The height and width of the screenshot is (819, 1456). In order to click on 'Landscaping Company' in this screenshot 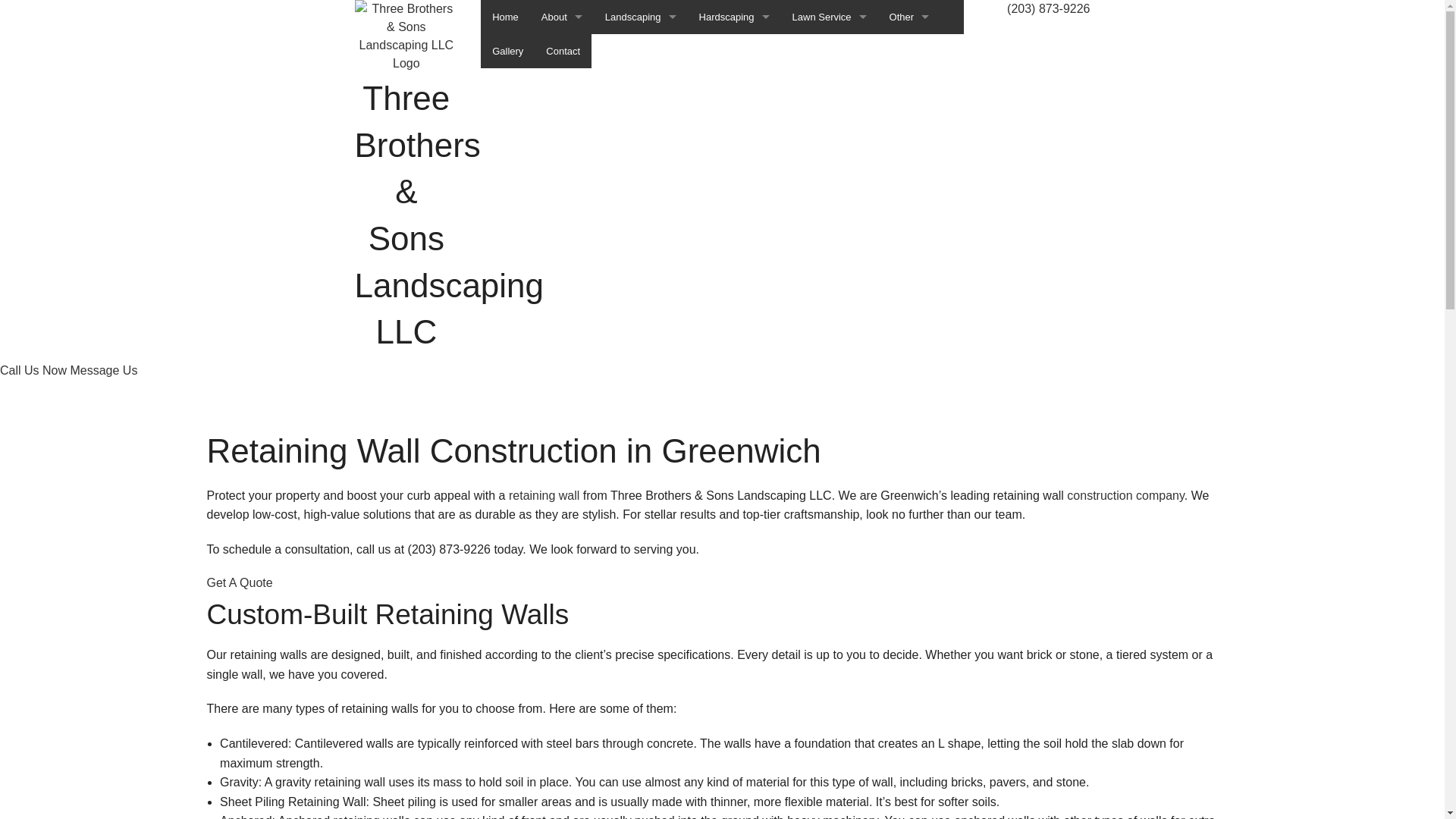, I will do `click(640, 118)`.